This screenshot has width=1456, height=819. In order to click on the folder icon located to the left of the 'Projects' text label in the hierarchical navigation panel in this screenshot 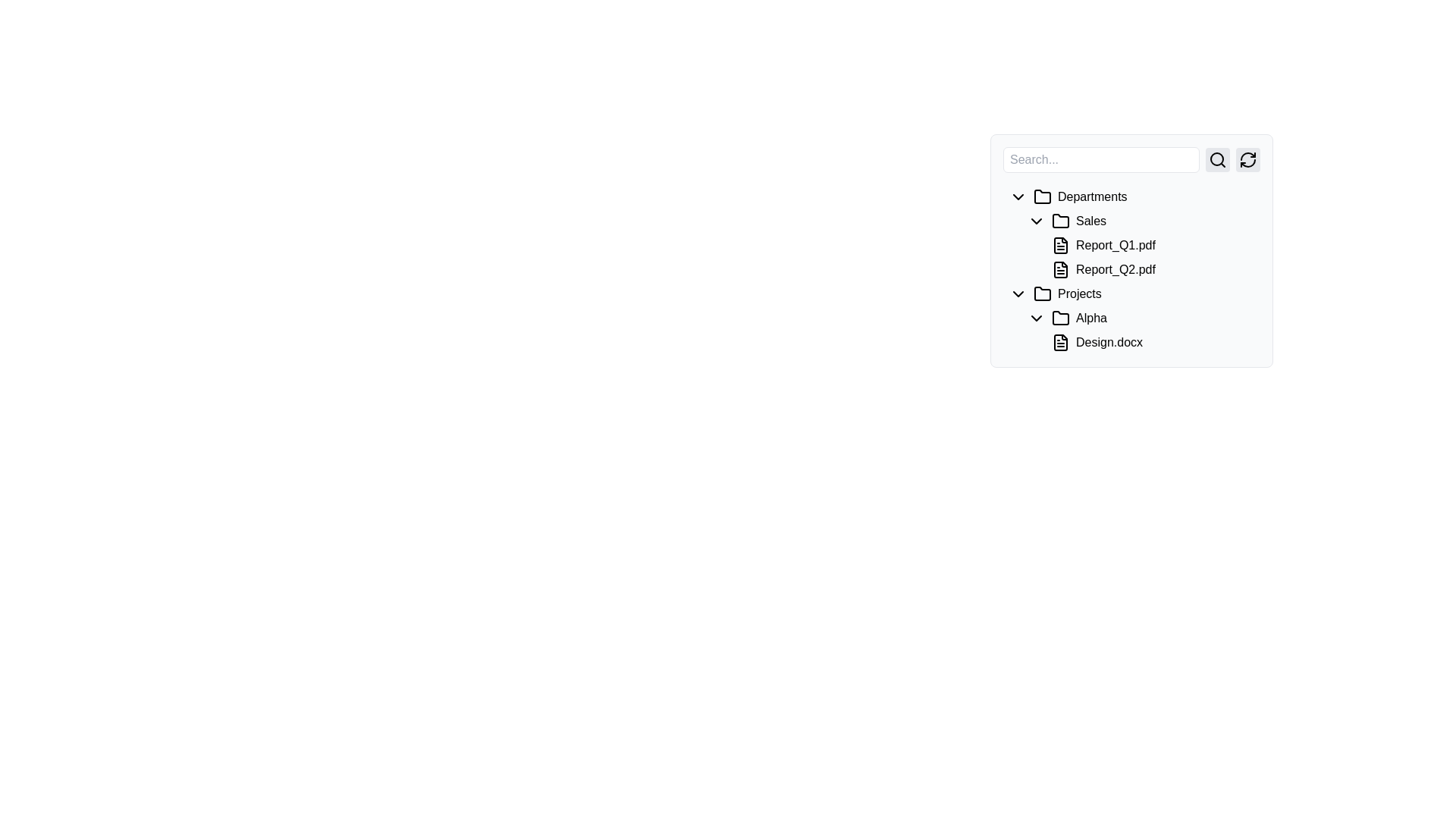, I will do `click(1041, 293)`.